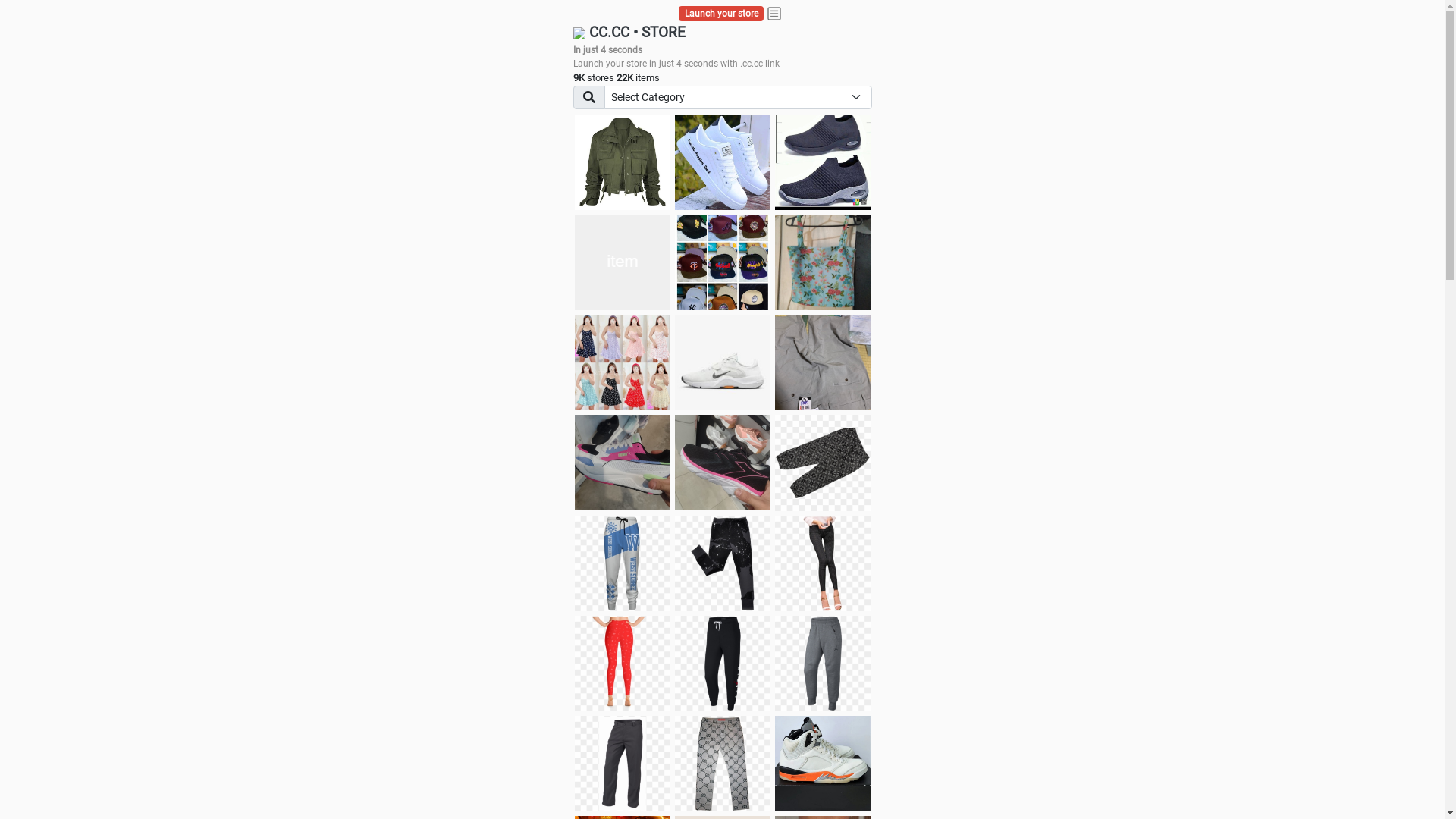  Describe the element at coordinates (821, 763) in the screenshot. I see `'Shoe'` at that location.